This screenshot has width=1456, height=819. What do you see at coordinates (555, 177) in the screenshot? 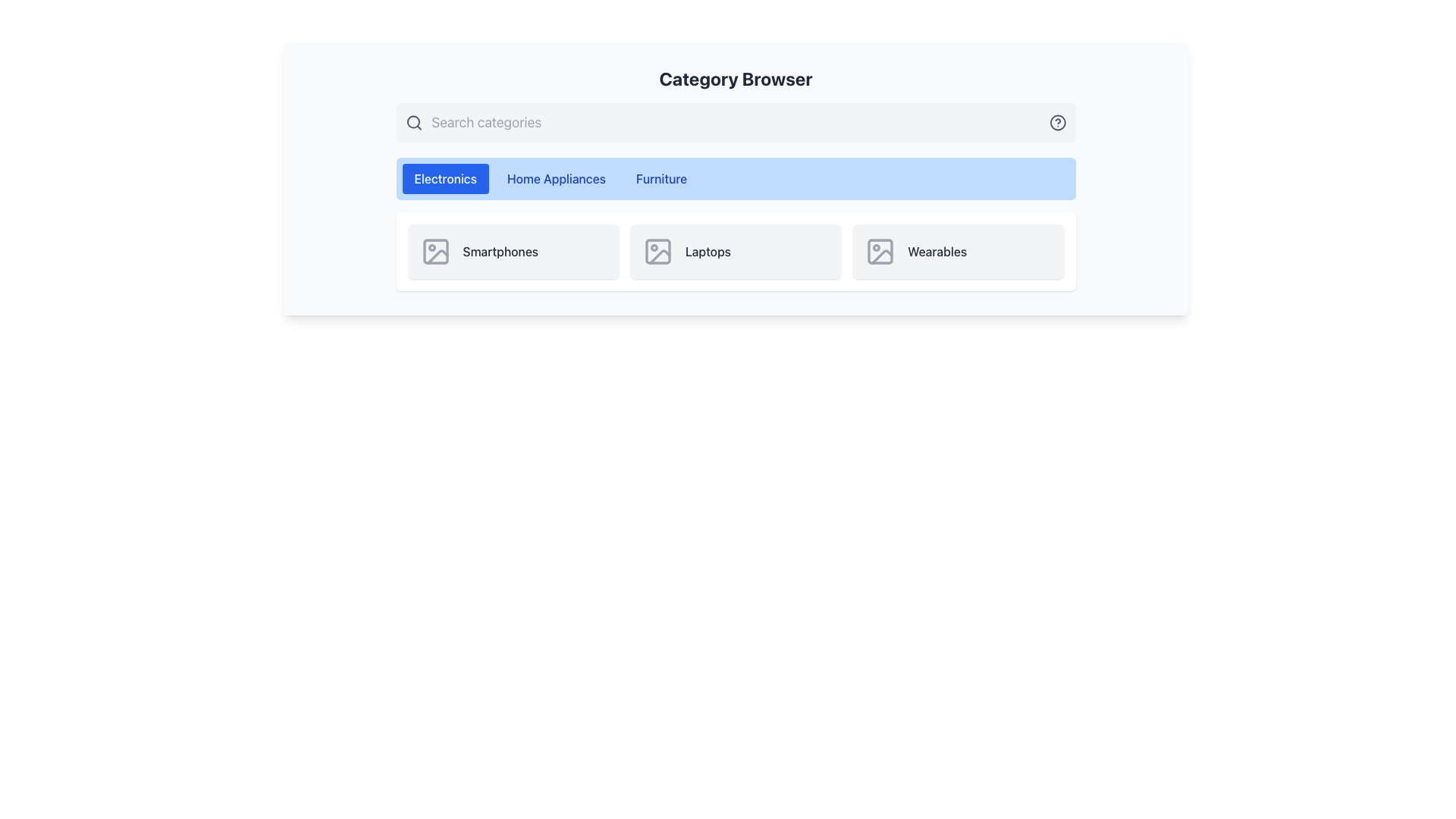
I see `the 'Home Appliances' tab button located in the second position of the horizontal tab bar, which is between 'Electronics' and 'Furniture'` at bounding box center [555, 177].